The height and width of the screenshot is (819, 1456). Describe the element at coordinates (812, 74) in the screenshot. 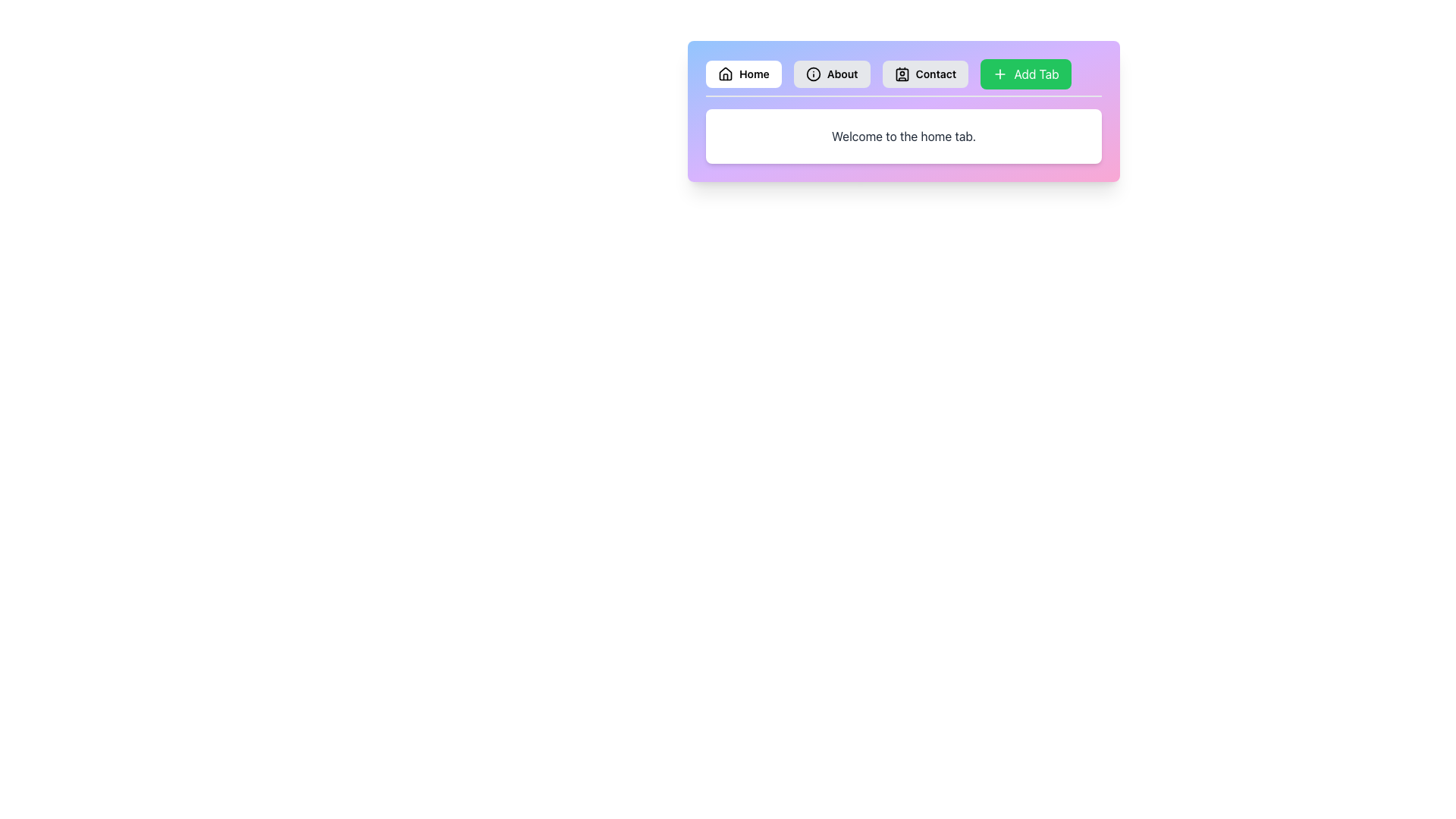

I see `the circular information icon located to the left of the text 'About' in the navigation menu` at that location.